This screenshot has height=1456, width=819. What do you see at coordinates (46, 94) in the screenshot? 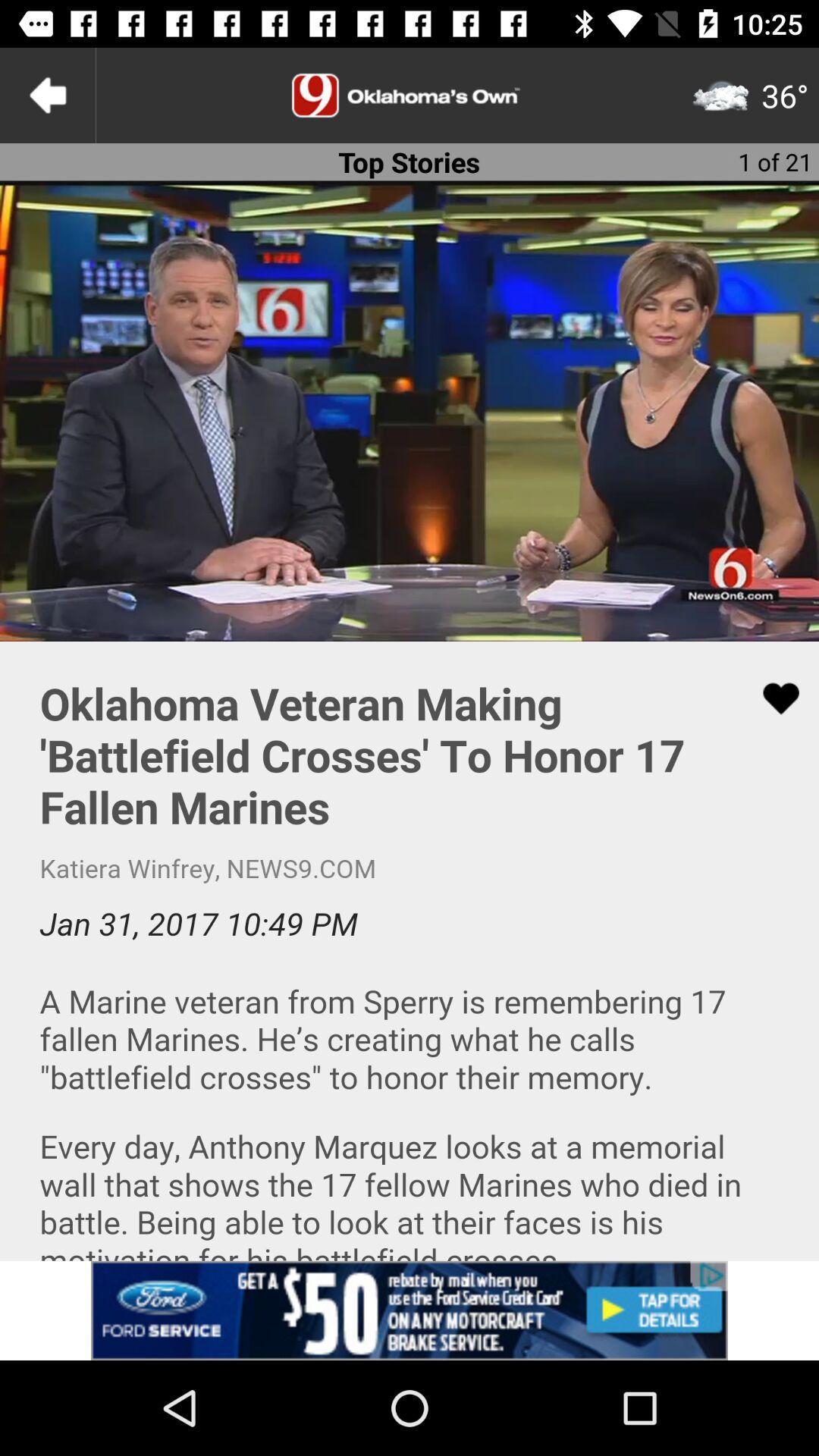
I see `previous` at bounding box center [46, 94].